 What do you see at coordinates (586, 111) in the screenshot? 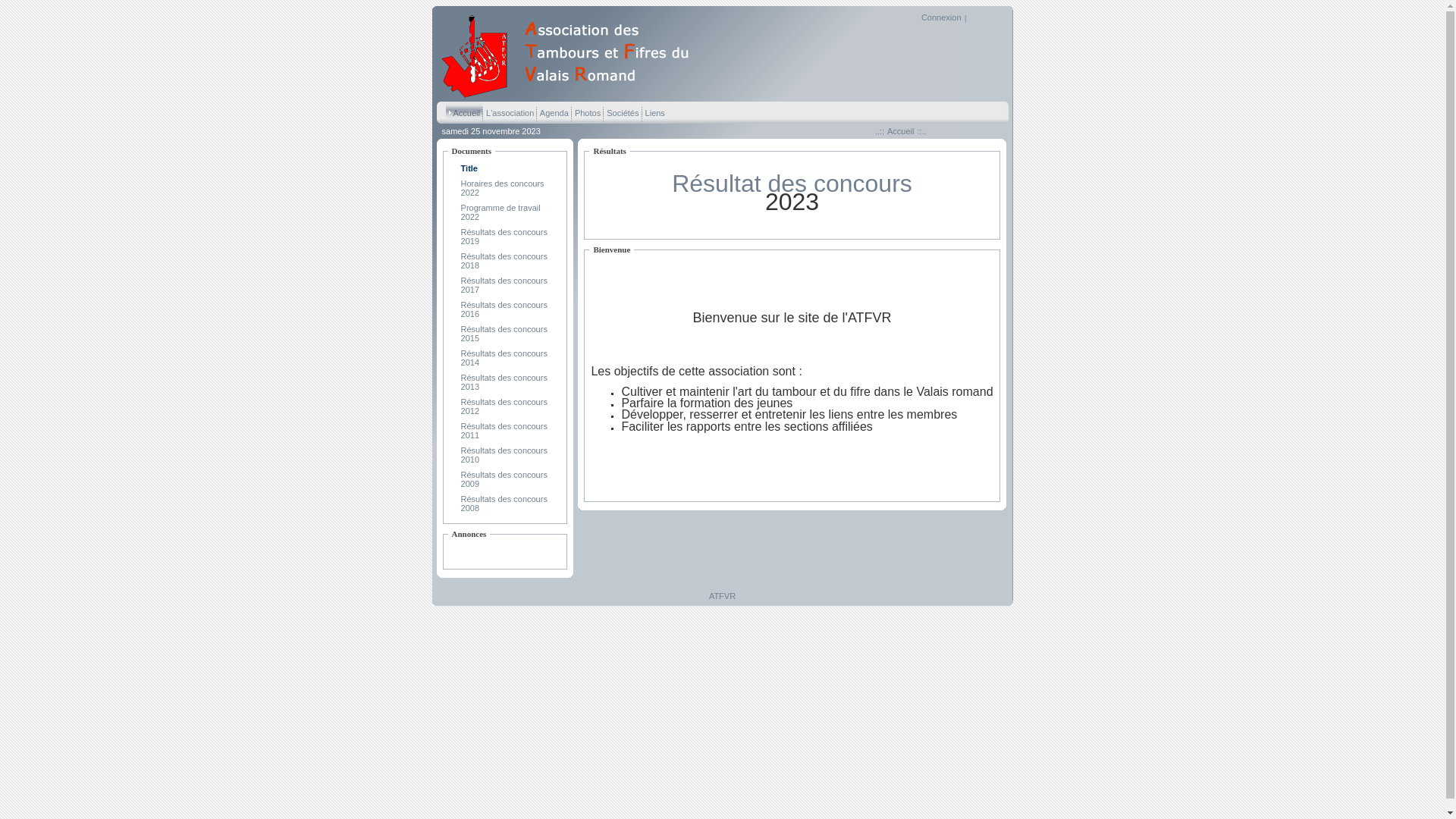
I see `' Photos '` at bounding box center [586, 111].